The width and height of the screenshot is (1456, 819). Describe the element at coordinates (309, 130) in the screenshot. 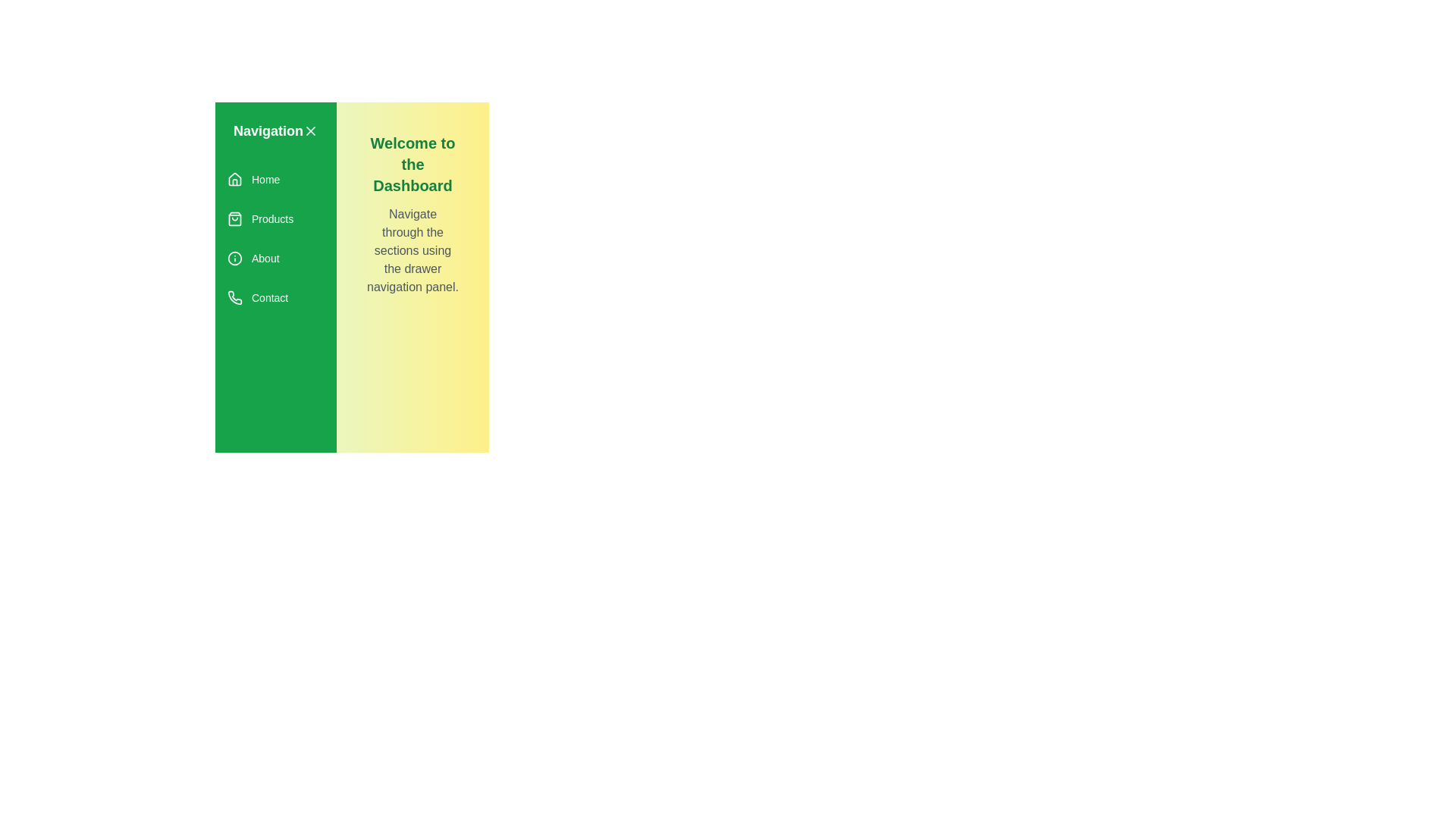

I see `close button to toggle the drawer closed` at that location.